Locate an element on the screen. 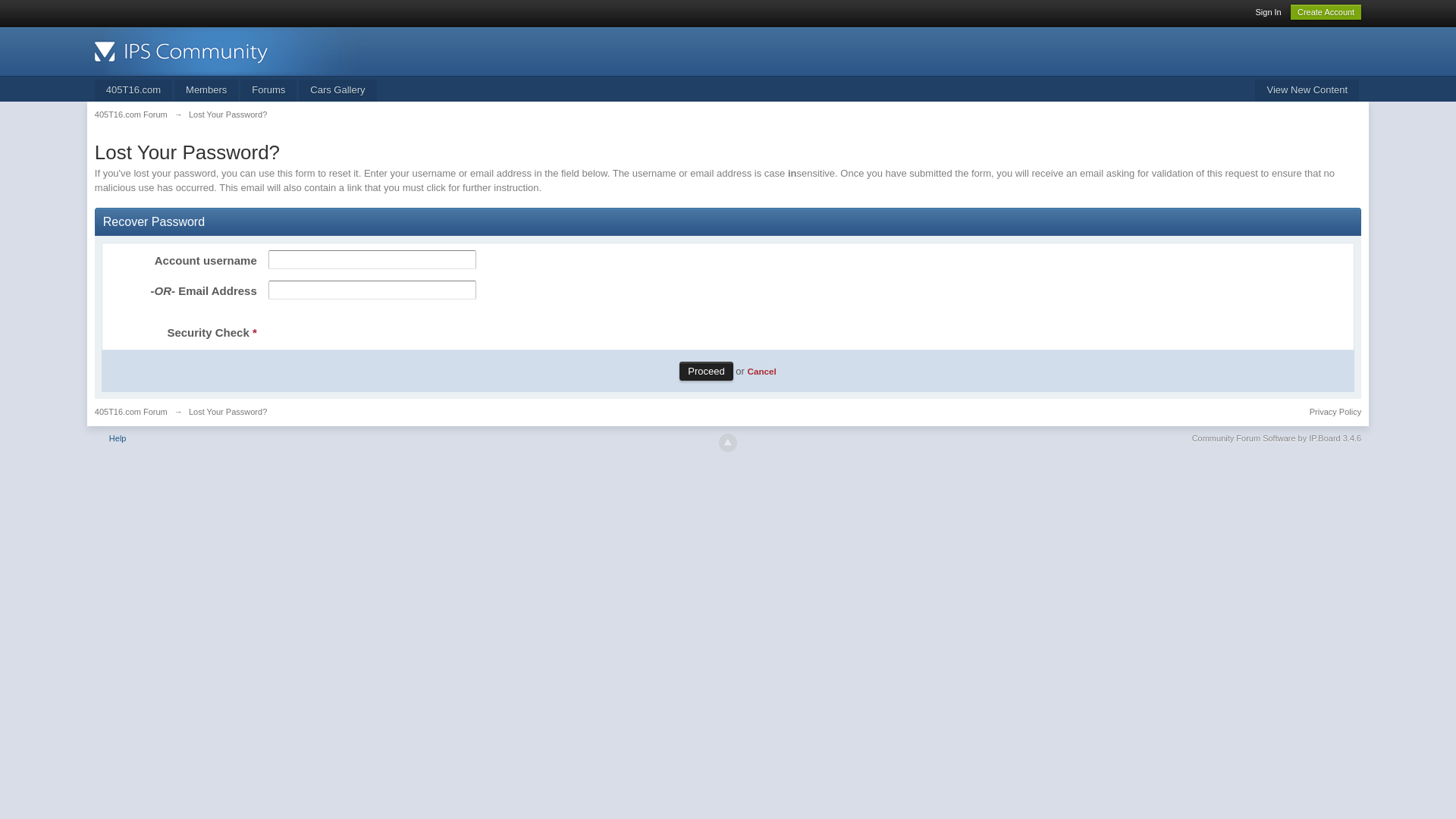 This screenshot has width=1456, height=819. 'Create Account' is located at coordinates (1325, 11).